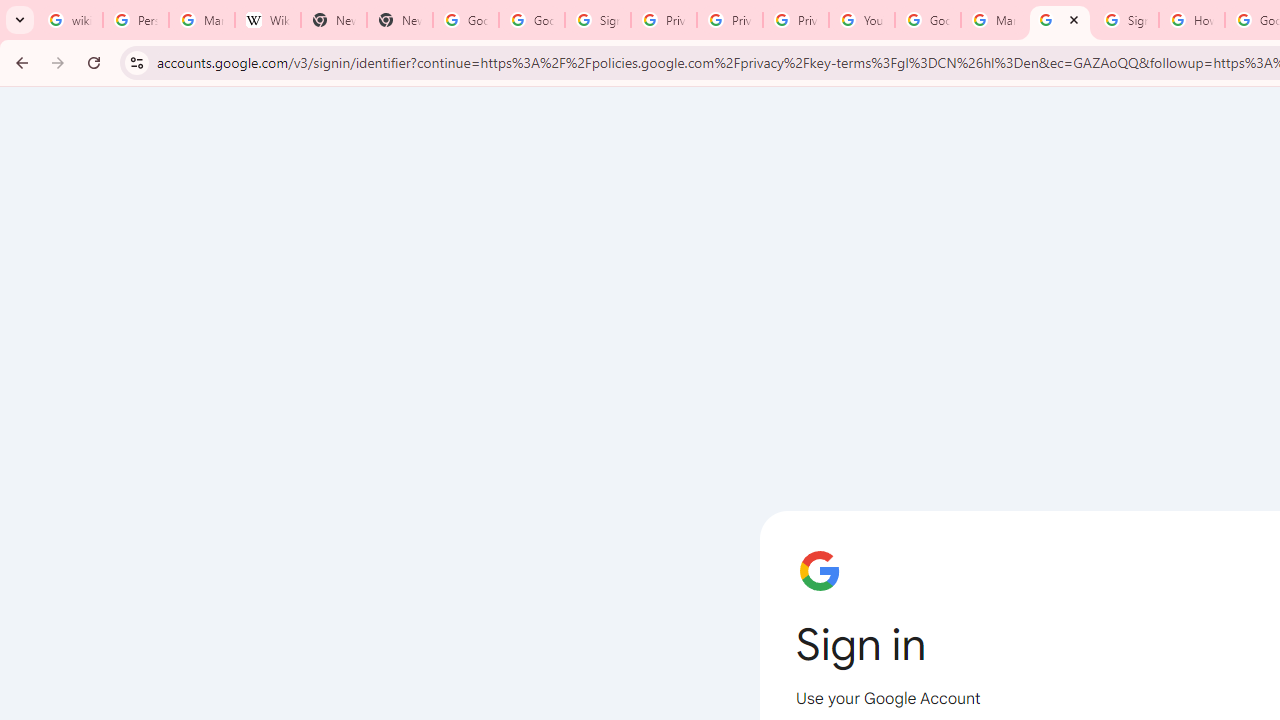  What do you see at coordinates (862, 20) in the screenshot?
I see `'YouTube'` at bounding box center [862, 20].